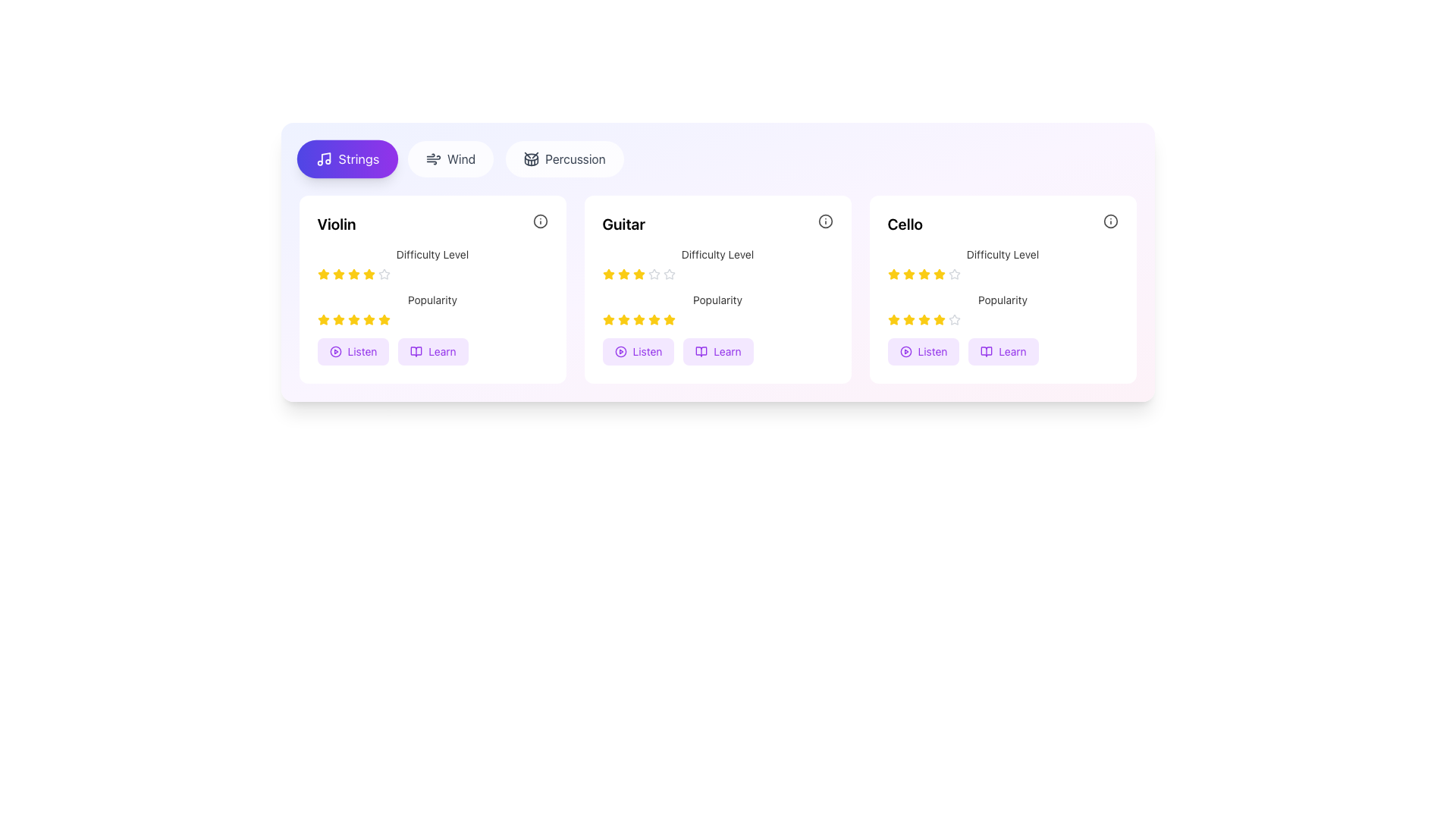  What do you see at coordinates (1012, 351) in the screenshot?
I see `the button labeled 'Cello' by clicking on its text label located at the center-right of the button` at bounding box center [1012, 351].